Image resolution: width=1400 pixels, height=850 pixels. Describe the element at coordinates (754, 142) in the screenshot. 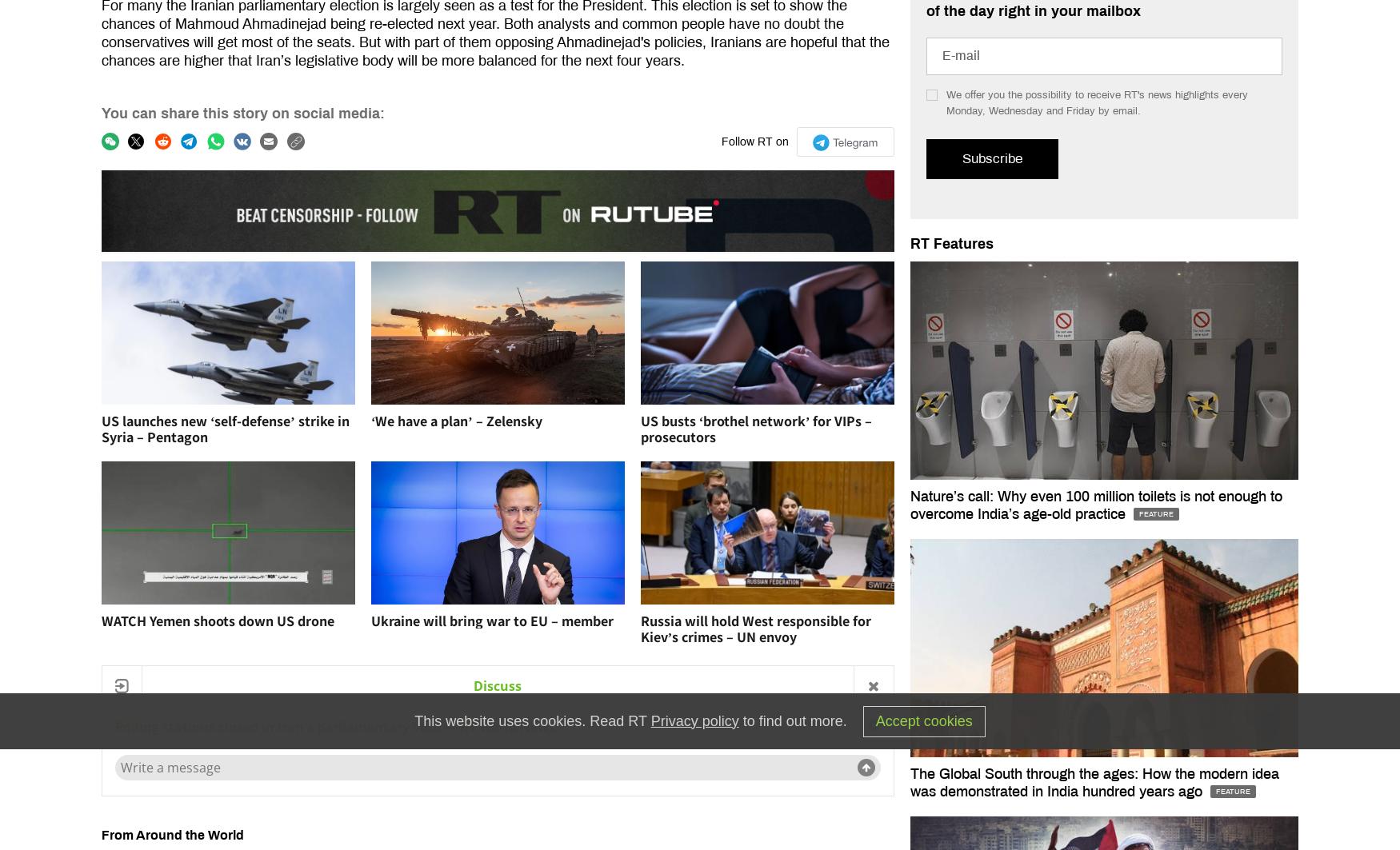

I see `'Follow RT on'` at that location.